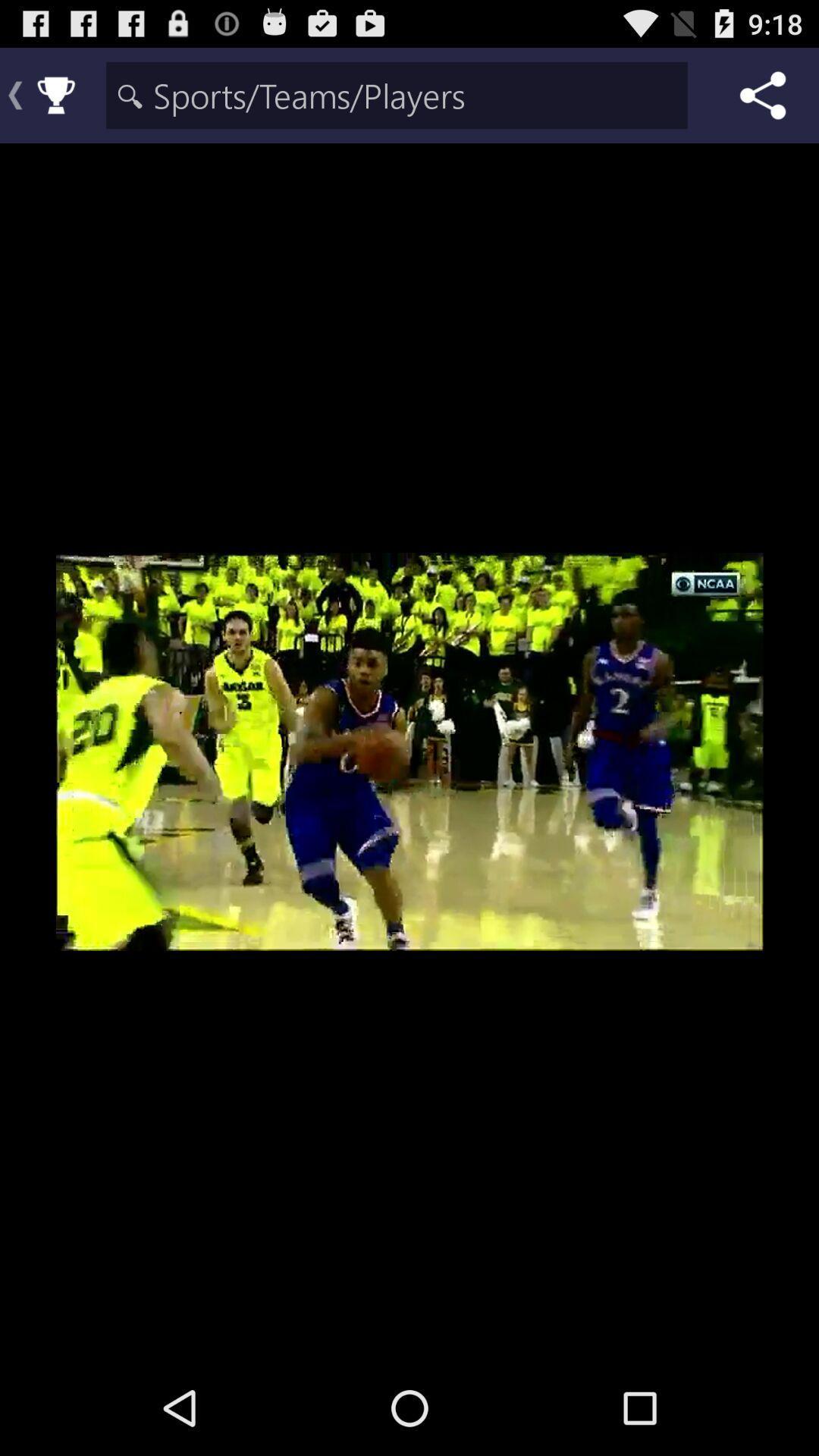  I want to click on searching area, so click(396, 94).